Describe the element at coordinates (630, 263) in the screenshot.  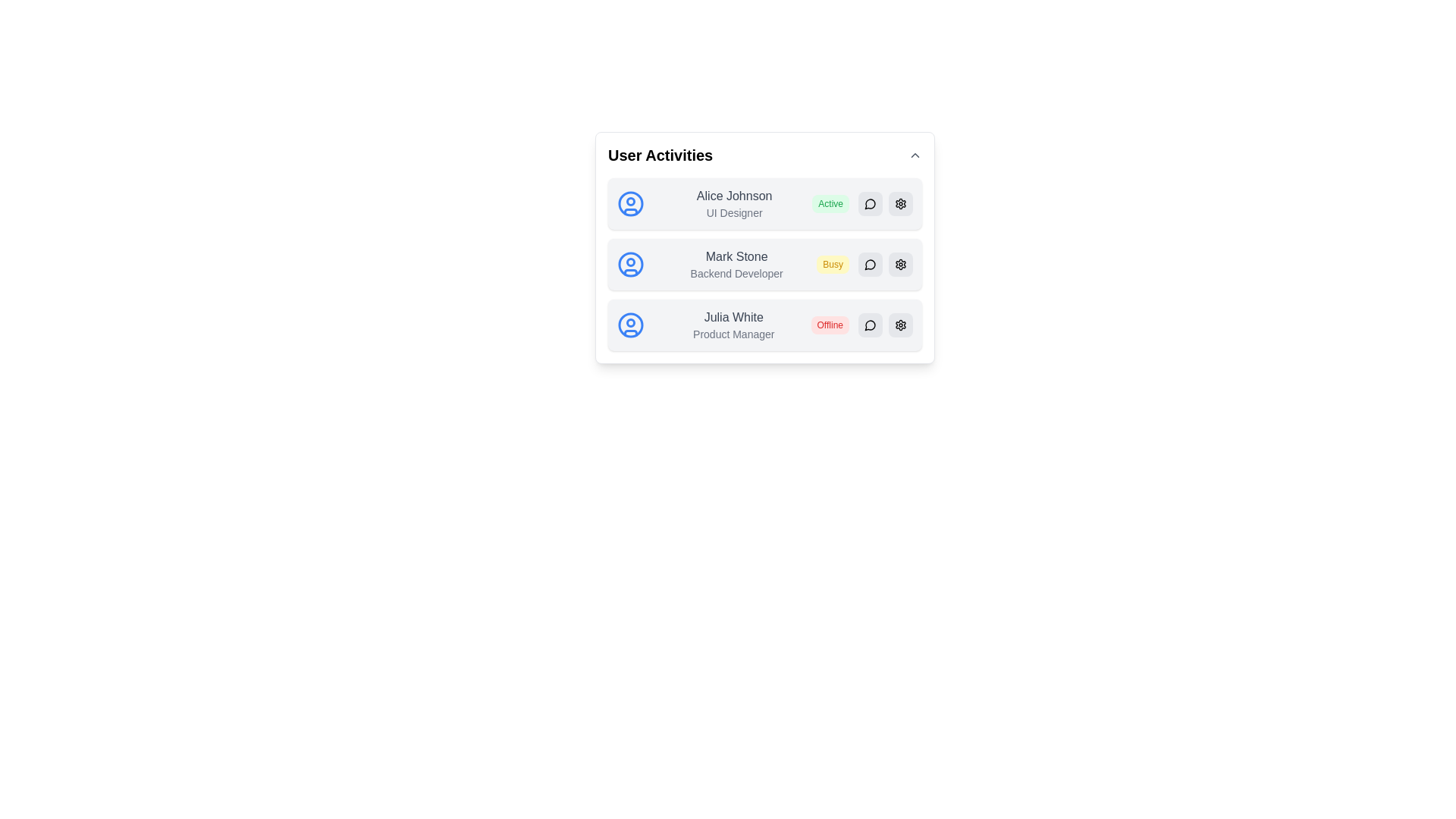
I see `the circular graphical element within the blue-bordered user avatar icon for Mark Stone` at that location.